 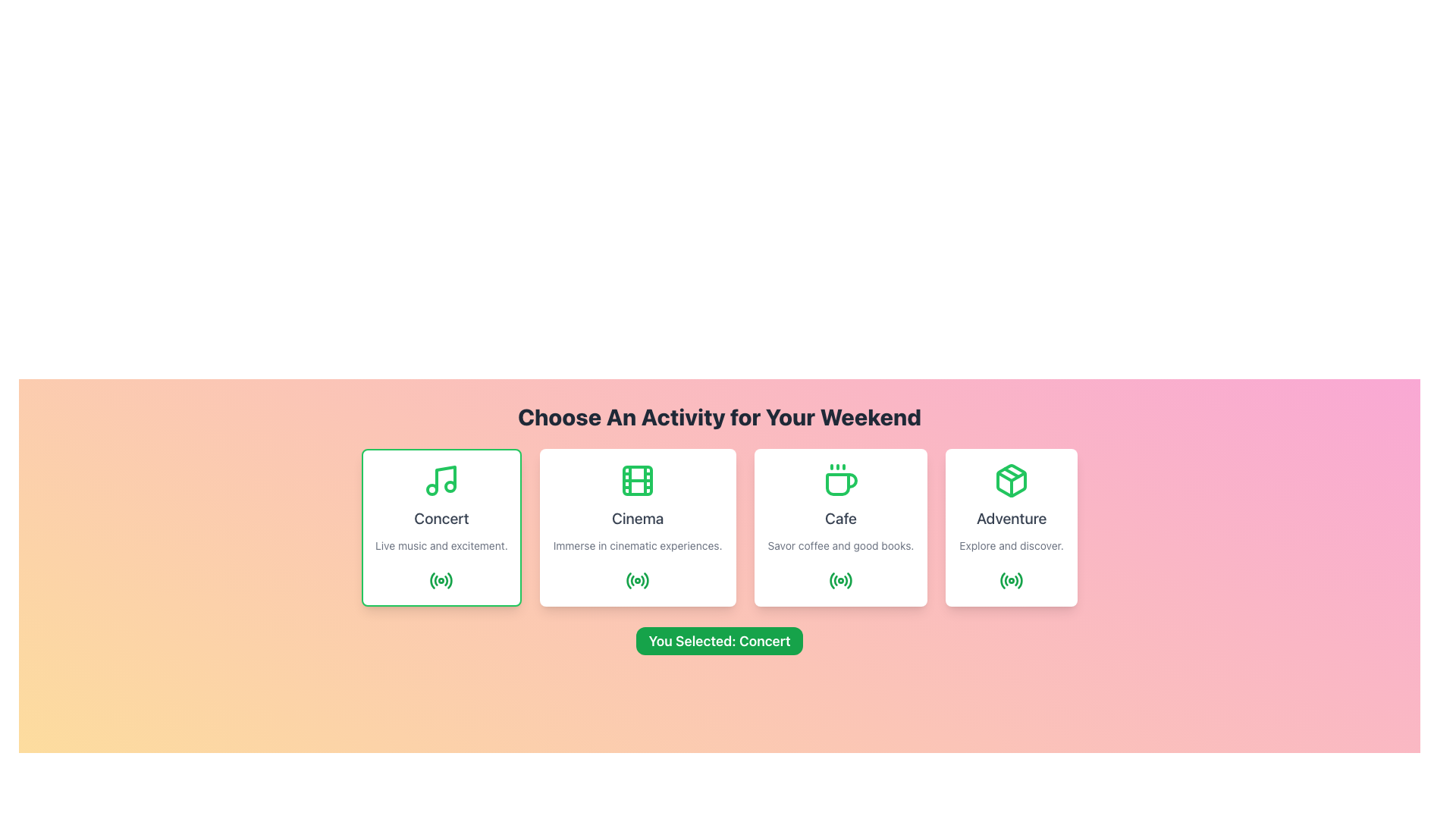 I want to click on the green circular icon symbolizing a radio or broadcast signal located in the bottom portion of the 'Adventure' card, centered below the text 'Explore and discover.', so click(x=1012, y=580).